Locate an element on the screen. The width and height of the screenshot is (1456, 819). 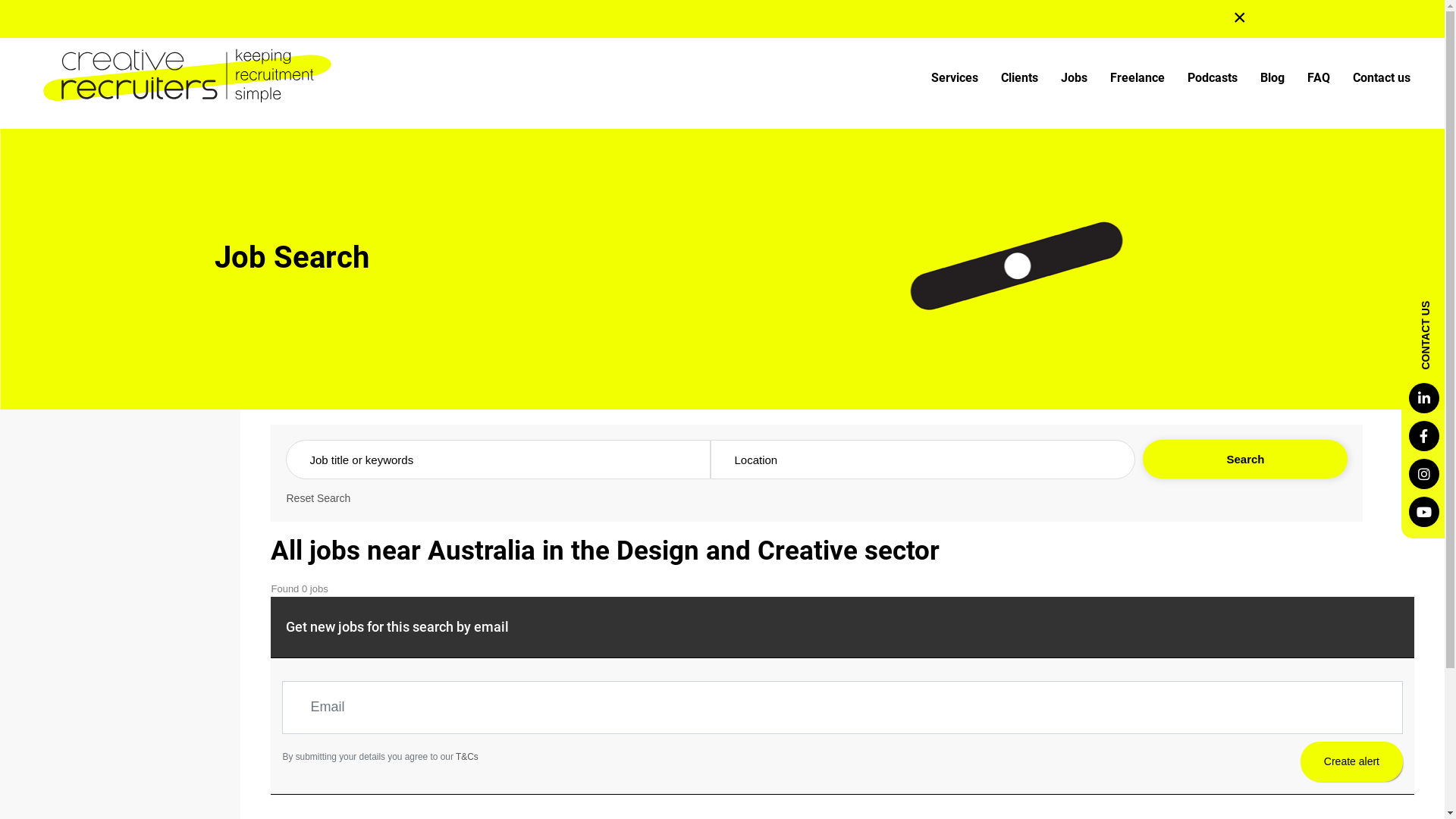
'Contact us' is located at coordinates (1382, 78).